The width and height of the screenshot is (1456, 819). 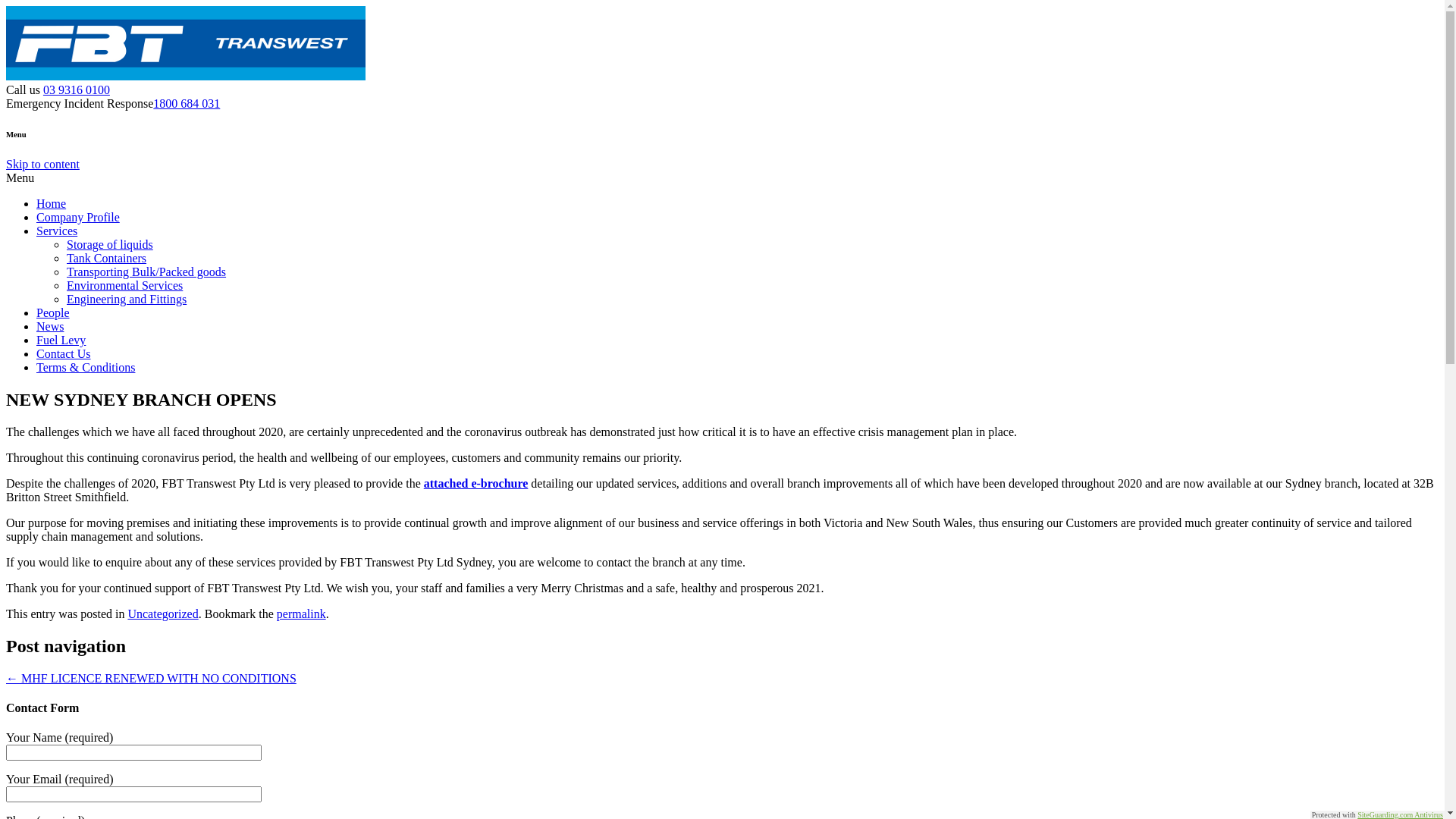 What do you see at coordinates (42, 164) in the screenshot?
I see `'Skip to content'` at bounding box center [42, 164].